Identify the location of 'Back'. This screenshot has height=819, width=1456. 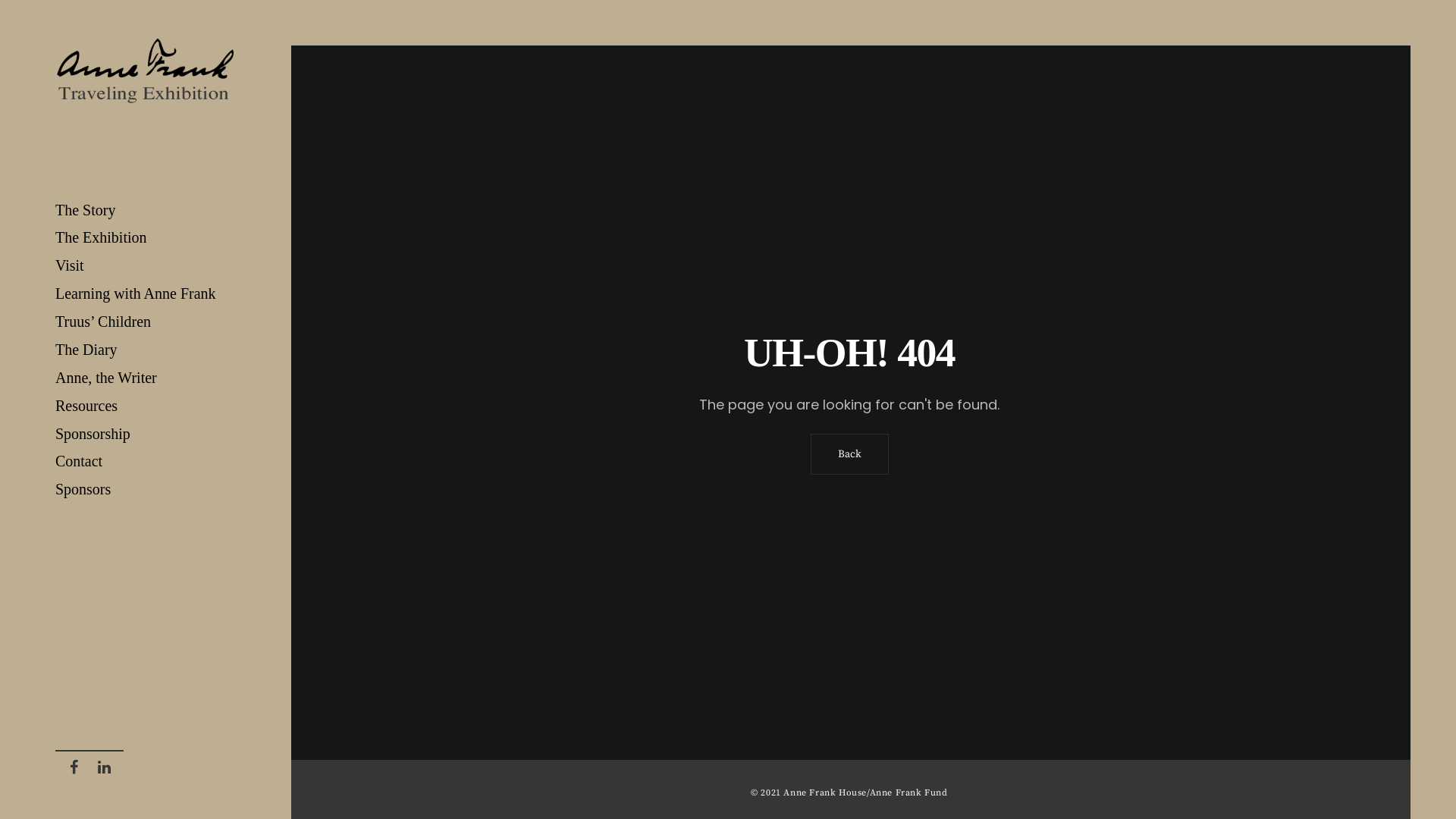
(848, 453).